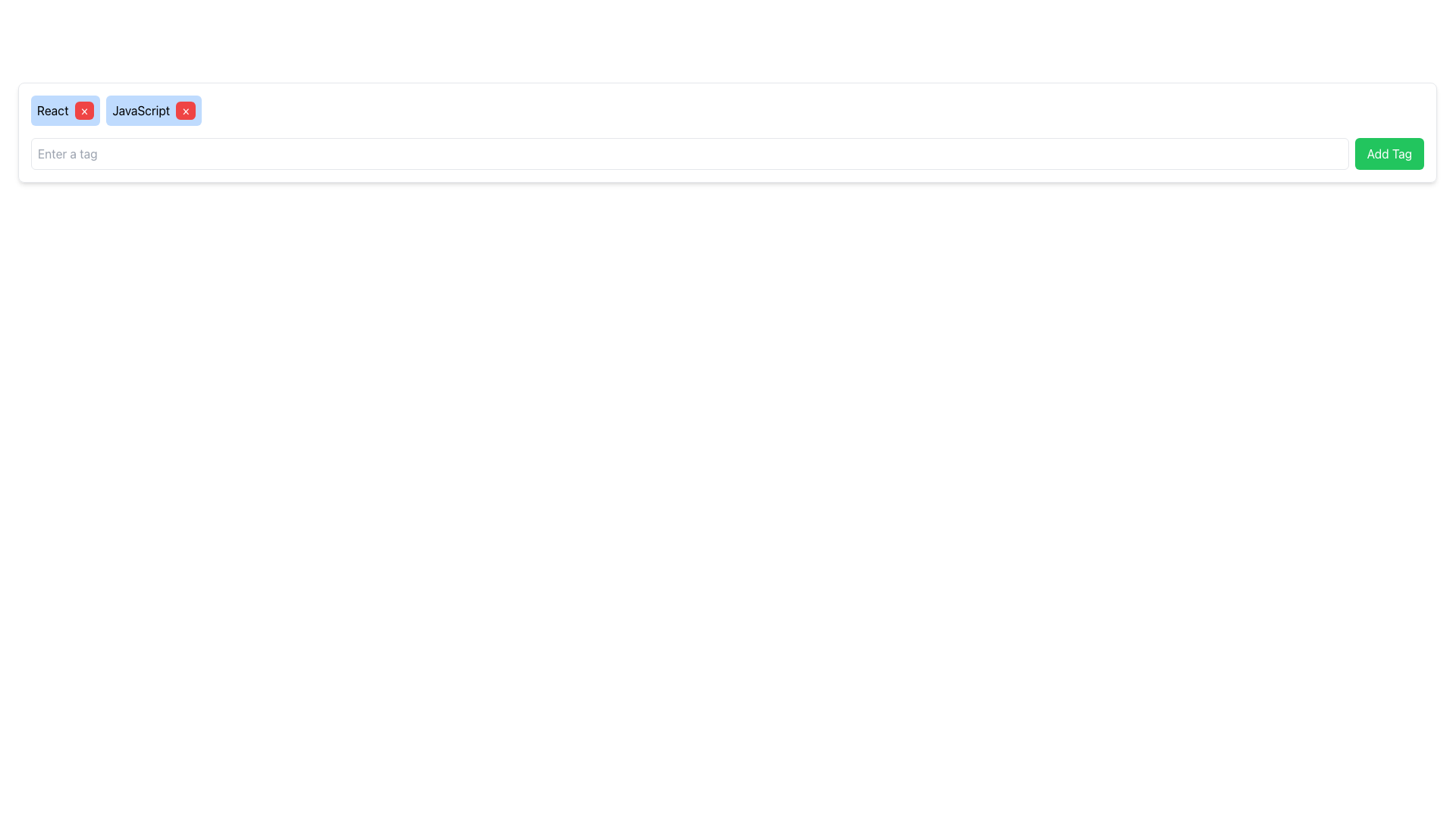 The height and width of the screenshot is (819, 1456). What do you see at coordinates (83, 110) in the screenshot?
I see `the small red button labeled '×' located to the right of the blue 'React' tag` at bounding box center [83, 110].